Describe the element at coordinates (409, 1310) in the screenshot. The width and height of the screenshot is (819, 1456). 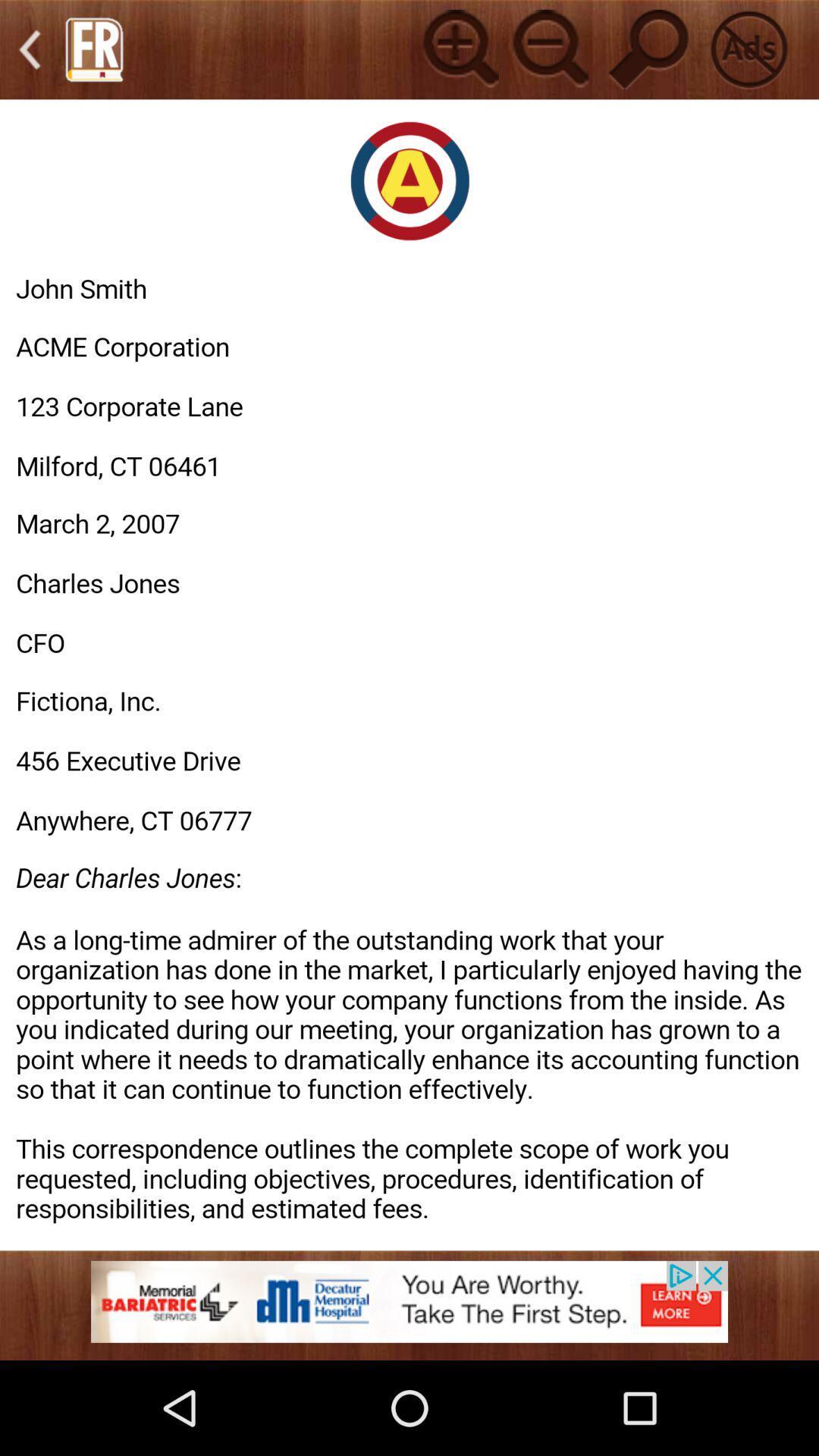
I see `banner advertisement` at that location.